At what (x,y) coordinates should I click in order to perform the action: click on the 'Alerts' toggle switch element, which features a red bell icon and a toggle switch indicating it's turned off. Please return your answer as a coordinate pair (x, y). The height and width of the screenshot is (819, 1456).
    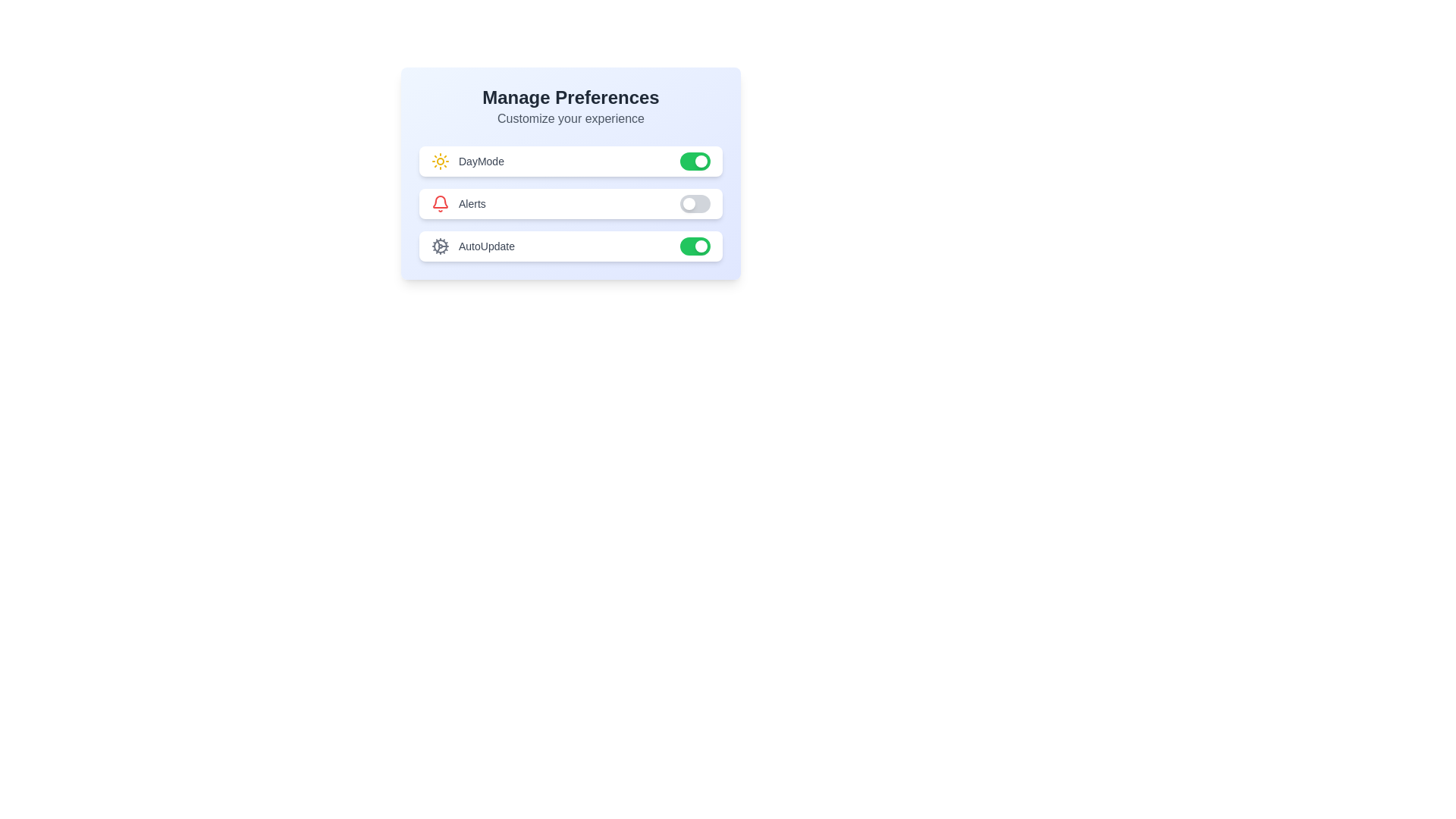
    Looking at the image, I should click on (570, 203).